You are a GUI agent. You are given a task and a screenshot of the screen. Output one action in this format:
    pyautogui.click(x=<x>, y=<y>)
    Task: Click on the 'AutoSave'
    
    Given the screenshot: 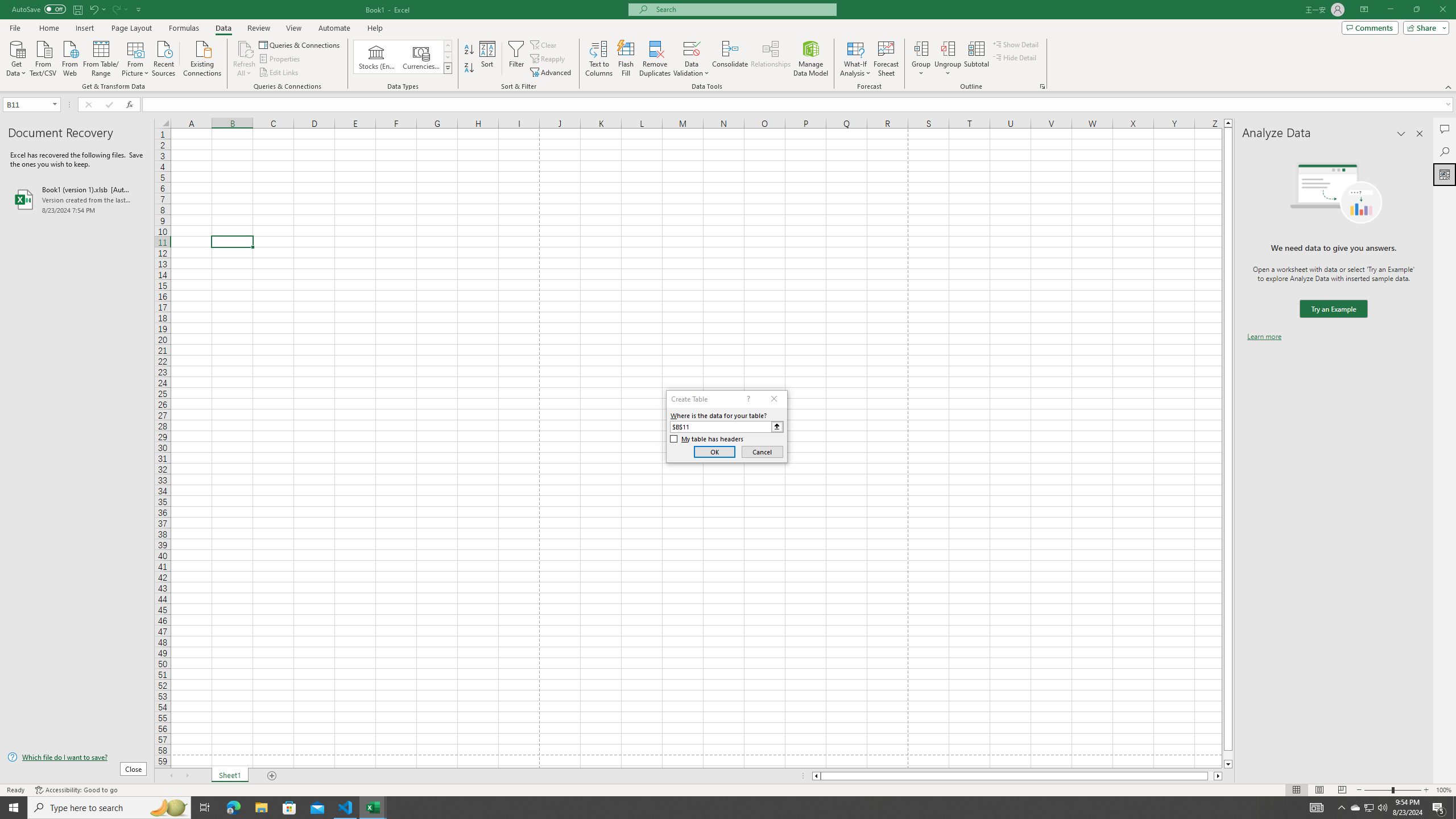 What is the action you would take?
    pyautogui.click(x=39, y=9)
    